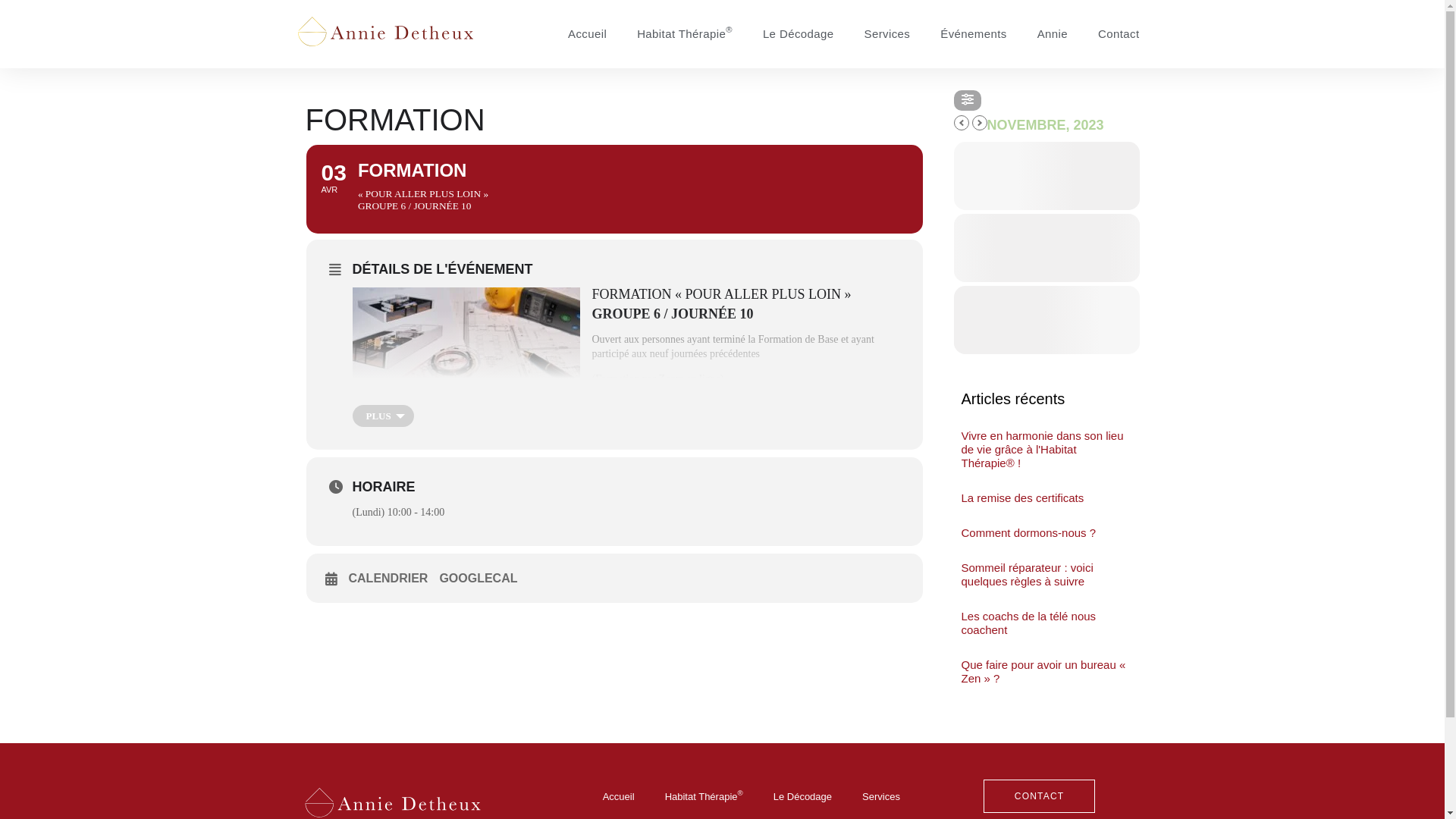 The height and width of the screenshot is (819, 1456). Describe the element at coordinates (658, 378) in the screenshot. I see `'Zoom'` at that location.